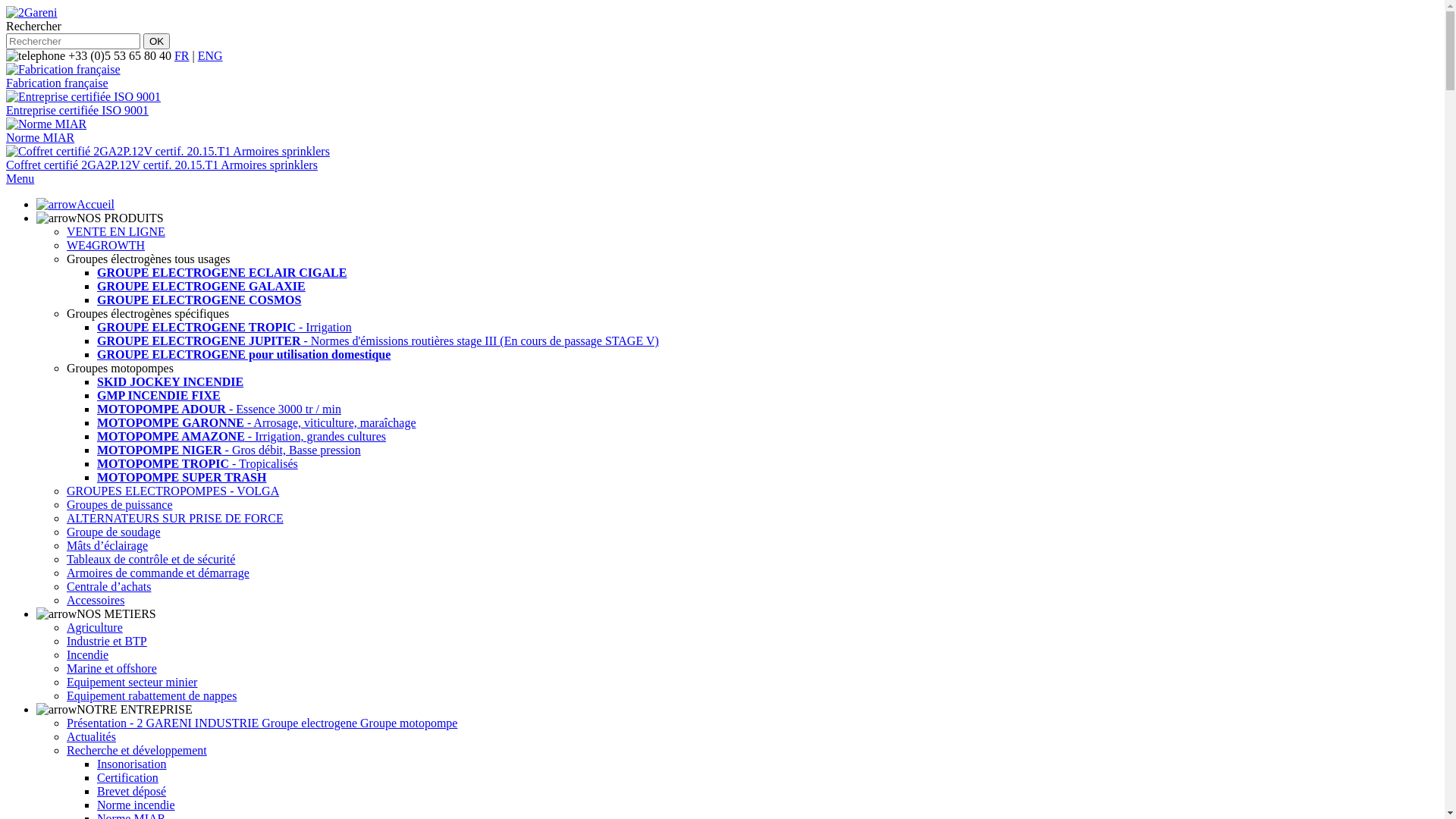 The height and width of the screenshot is (819, 1456). Describe the element at coordinates (119, 368) in the screenshot. I see `'Groupes motopompes'` at that location.